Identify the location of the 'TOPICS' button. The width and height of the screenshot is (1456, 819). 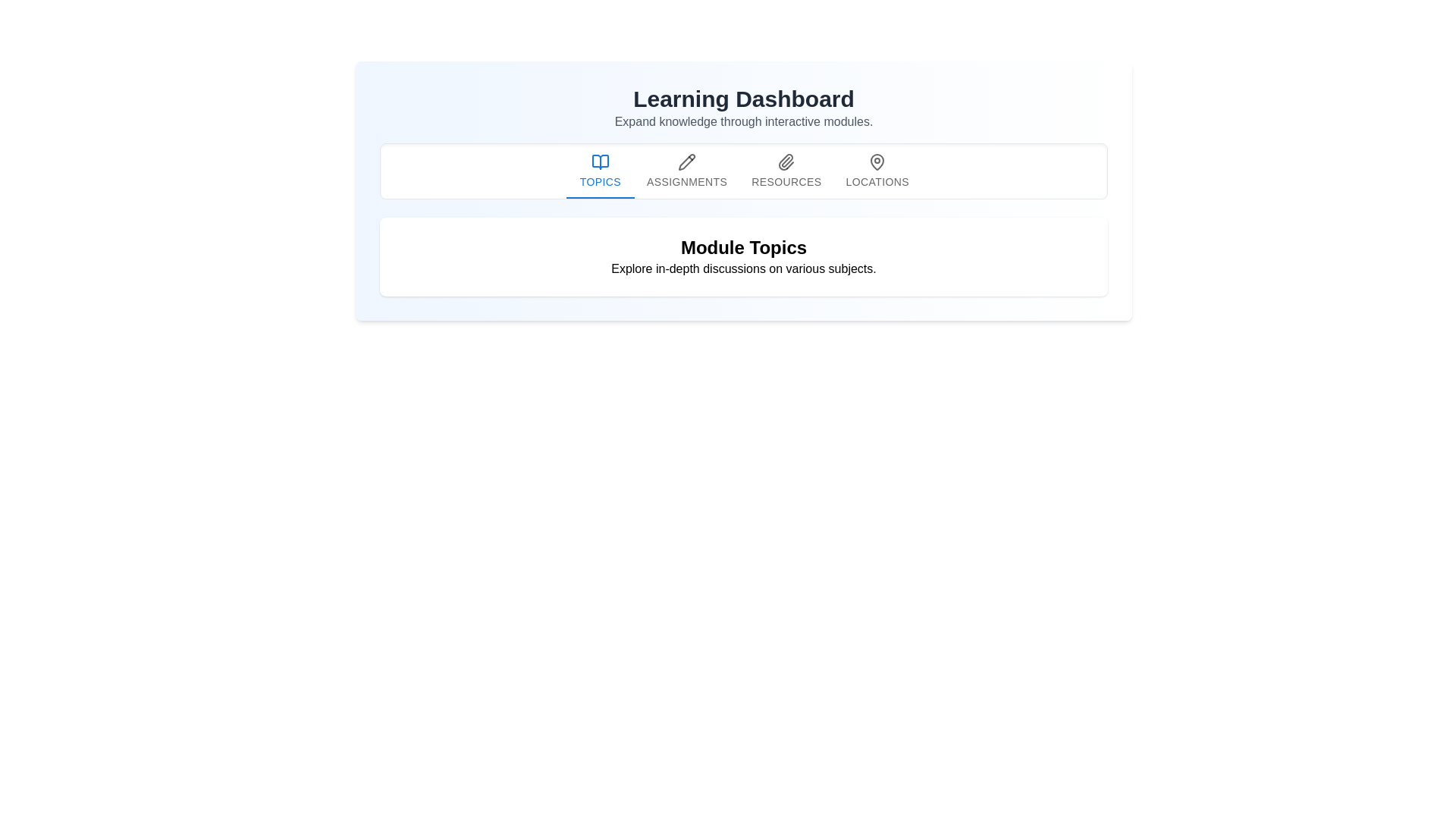
(600, 171).